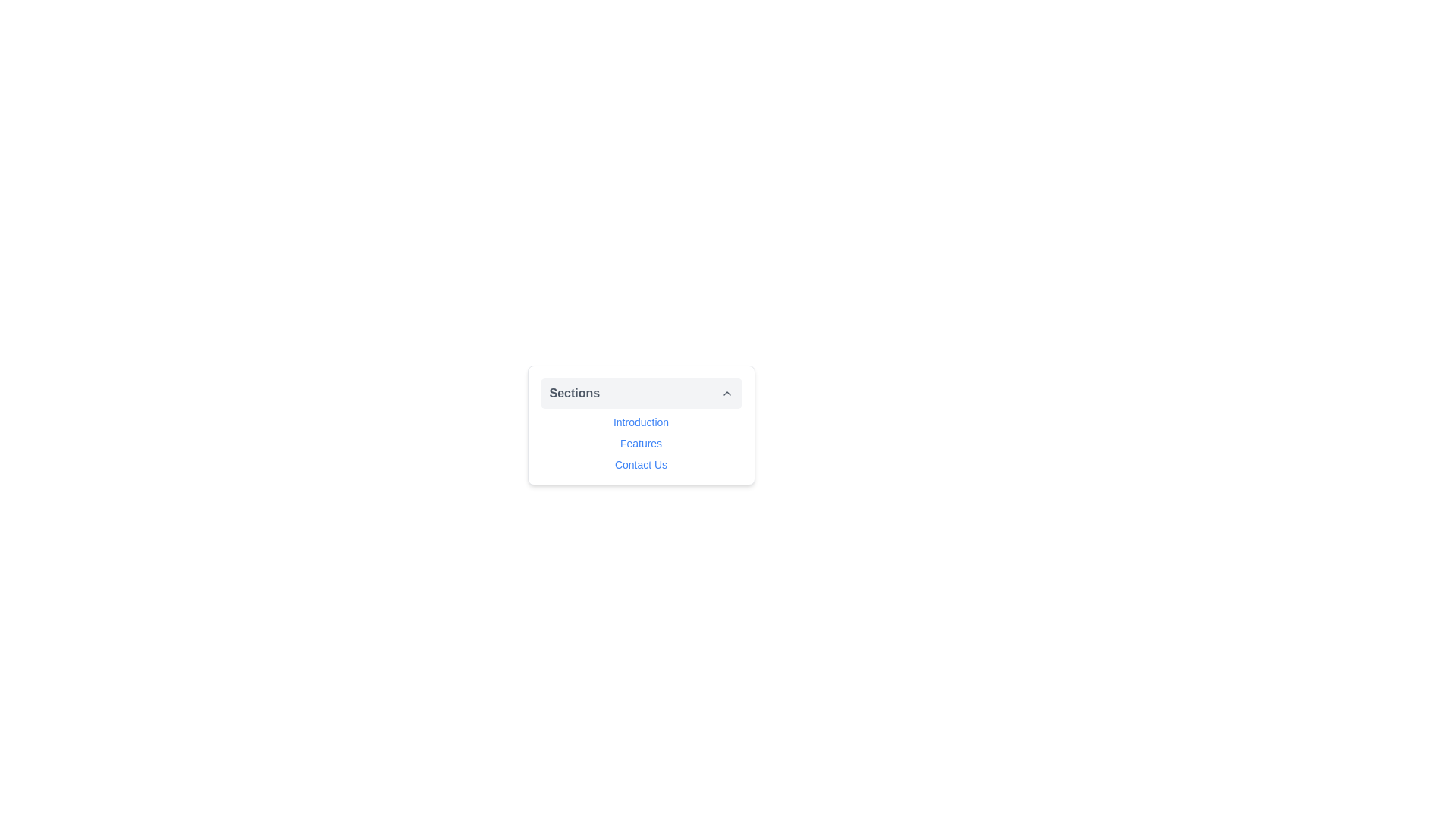 Image resolution: width=1456 pixels, height=819 pixels. What do you see at coordinates (726, 393) in the screenshot?
I see `the chevron icon located at the far-right side of the 'Sections' label` at bounding box center [726, 393].